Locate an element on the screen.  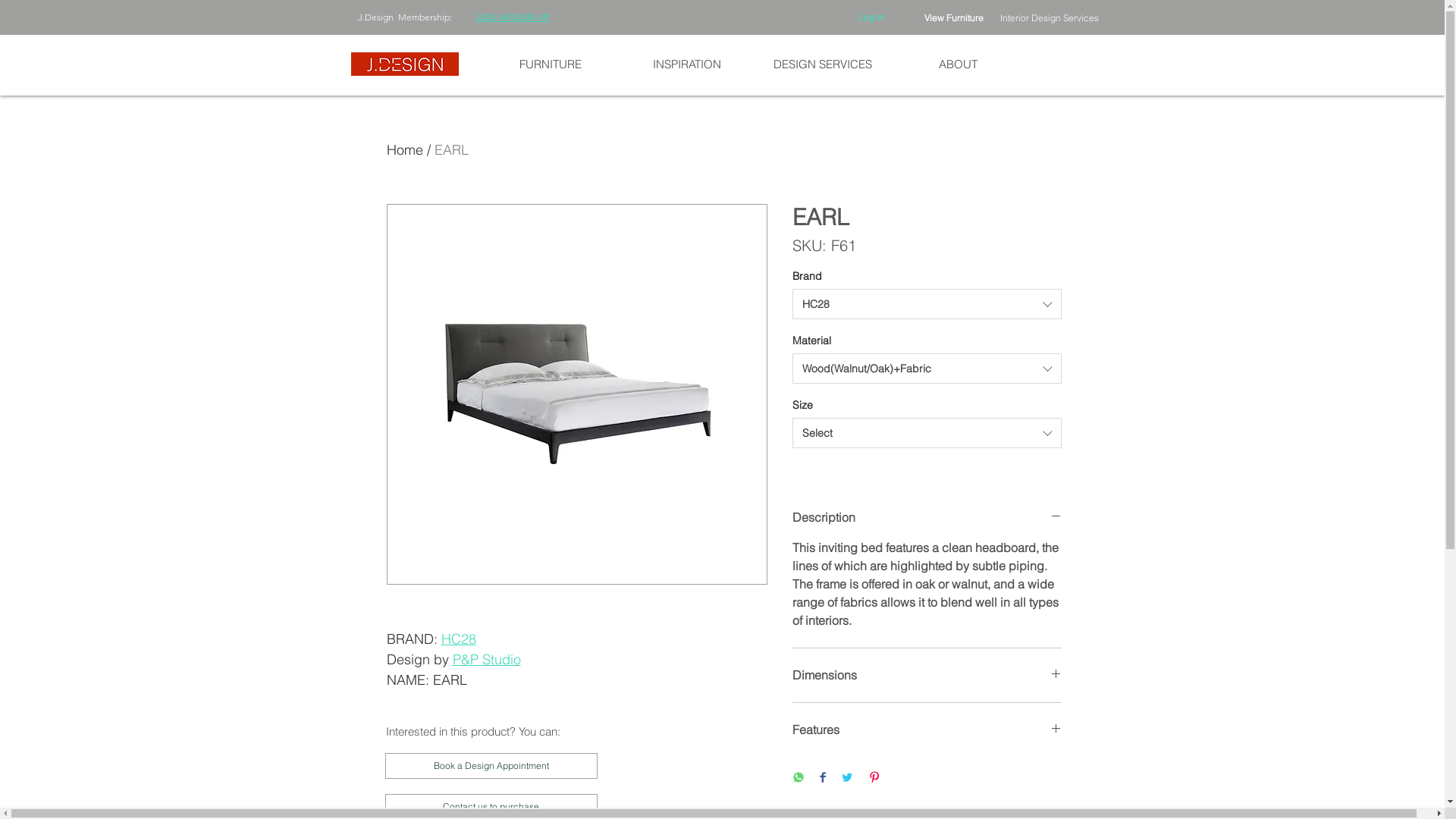
'Select' is located at coordinates (925, 432).